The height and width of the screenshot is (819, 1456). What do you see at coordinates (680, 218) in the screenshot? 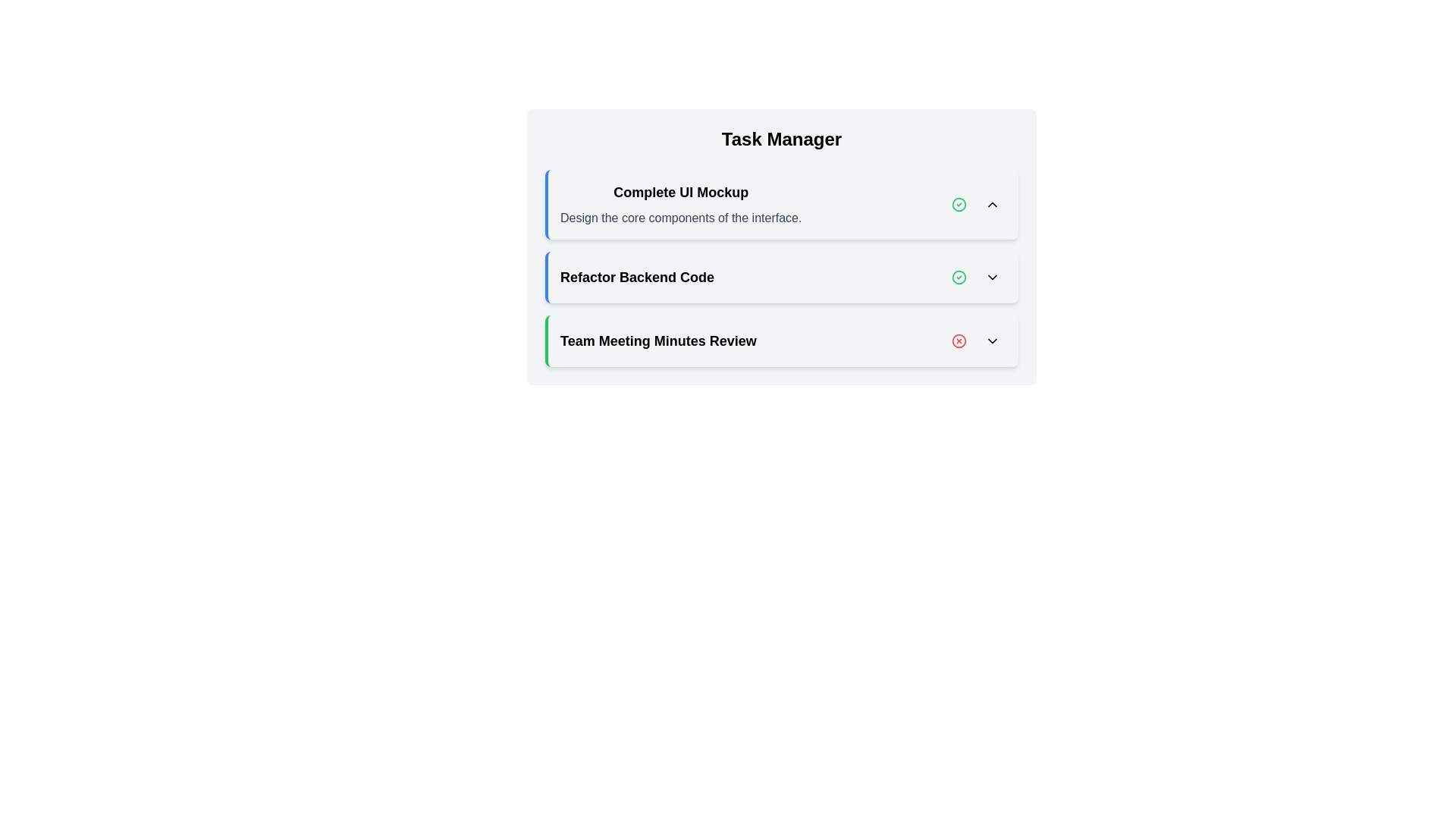
I see `text description or subtitle located directly beneath the header 'Complete UI Mockup' in the top section of the interface` at bounding box center [680, 218].